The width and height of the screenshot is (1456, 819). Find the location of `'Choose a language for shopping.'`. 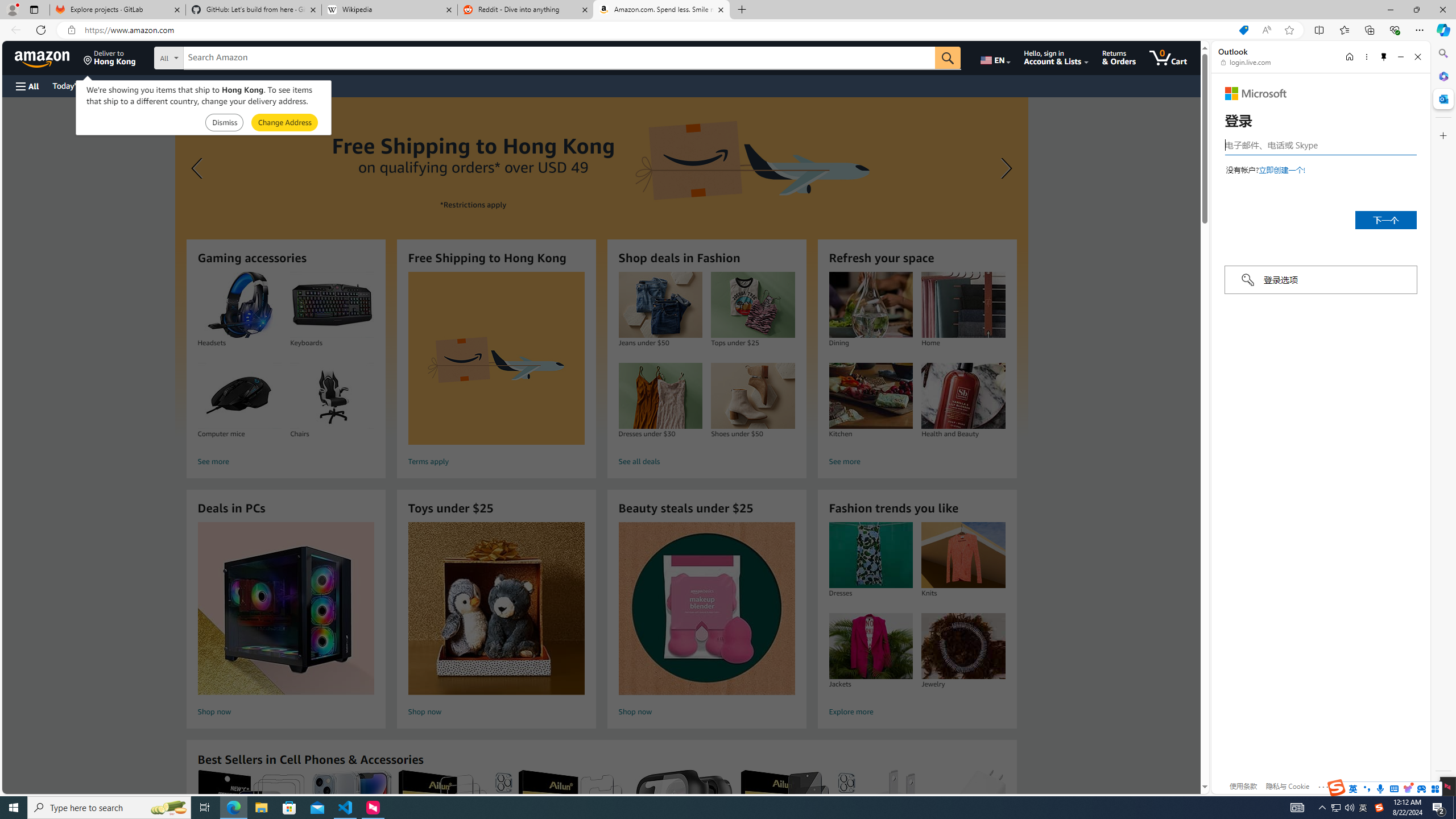

'Choose a language for shopping.' is located at coordinates (994, 57).